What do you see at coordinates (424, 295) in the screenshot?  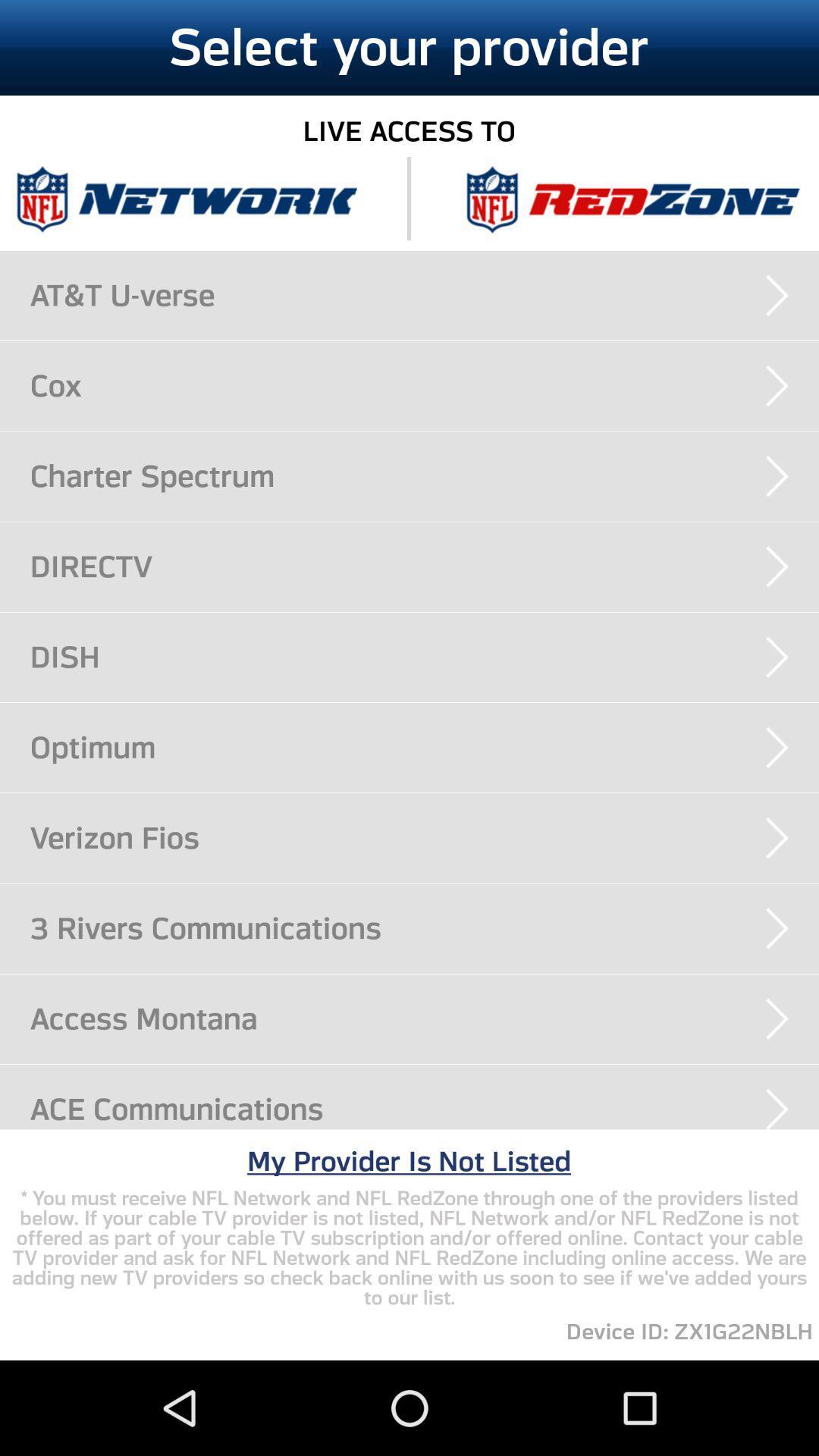 I see `the at t u item` at bounding box center [424, 295].